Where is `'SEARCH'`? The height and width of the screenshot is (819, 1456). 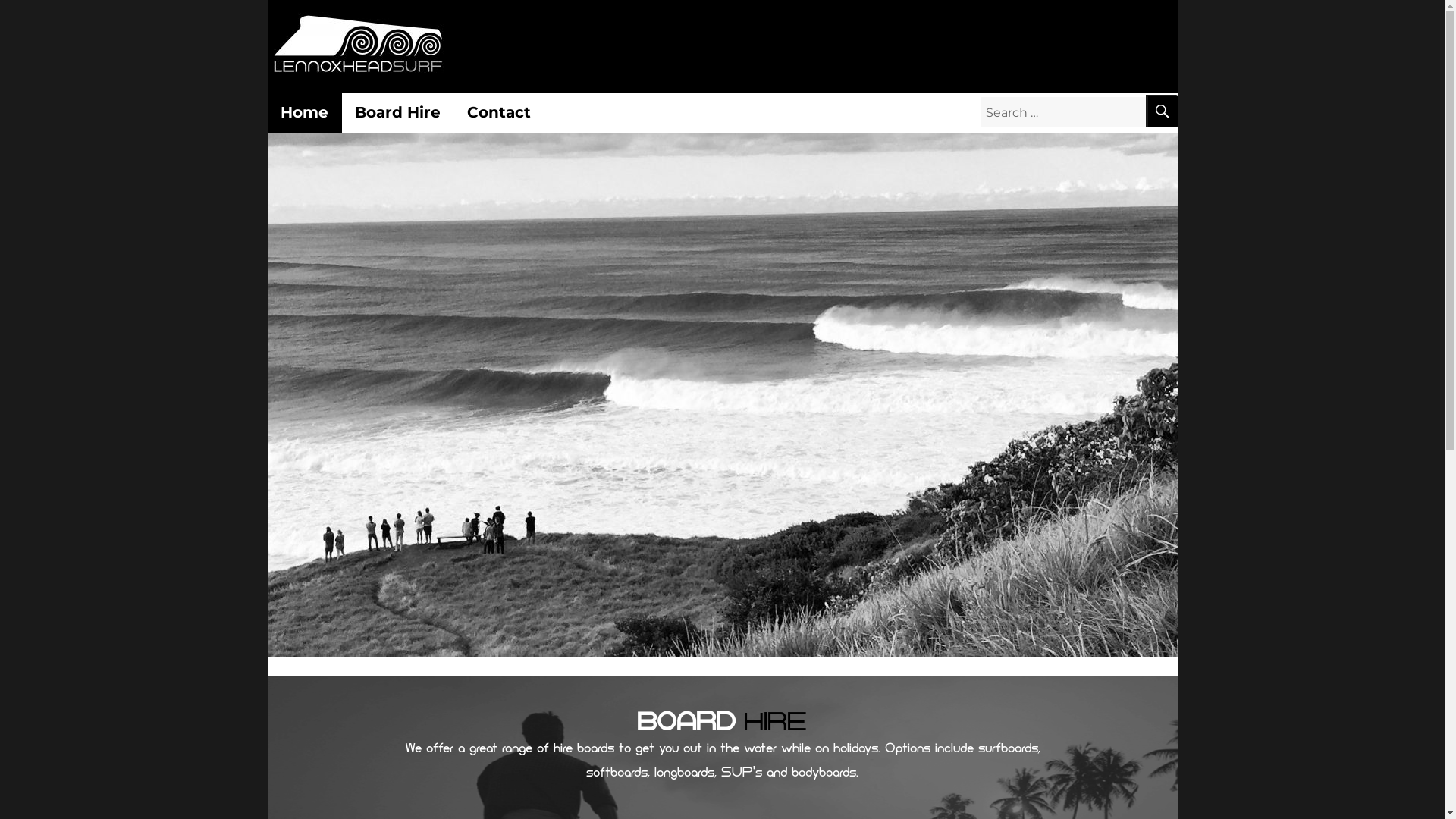 'SEARCH' is located at coordinates (1160, 110).